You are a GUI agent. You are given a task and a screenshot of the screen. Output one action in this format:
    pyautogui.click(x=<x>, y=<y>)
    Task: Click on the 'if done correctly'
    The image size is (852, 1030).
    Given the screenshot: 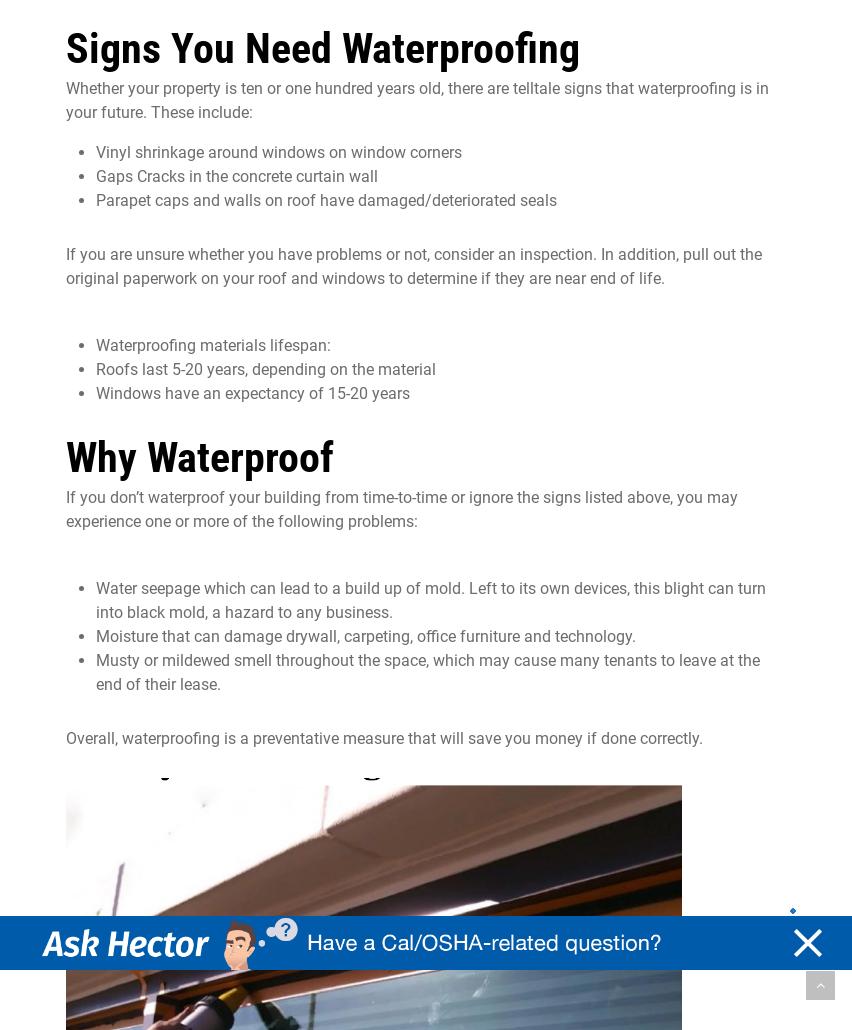 What is the action you would take?
    pyautogui.click(x=639, y=738)
    